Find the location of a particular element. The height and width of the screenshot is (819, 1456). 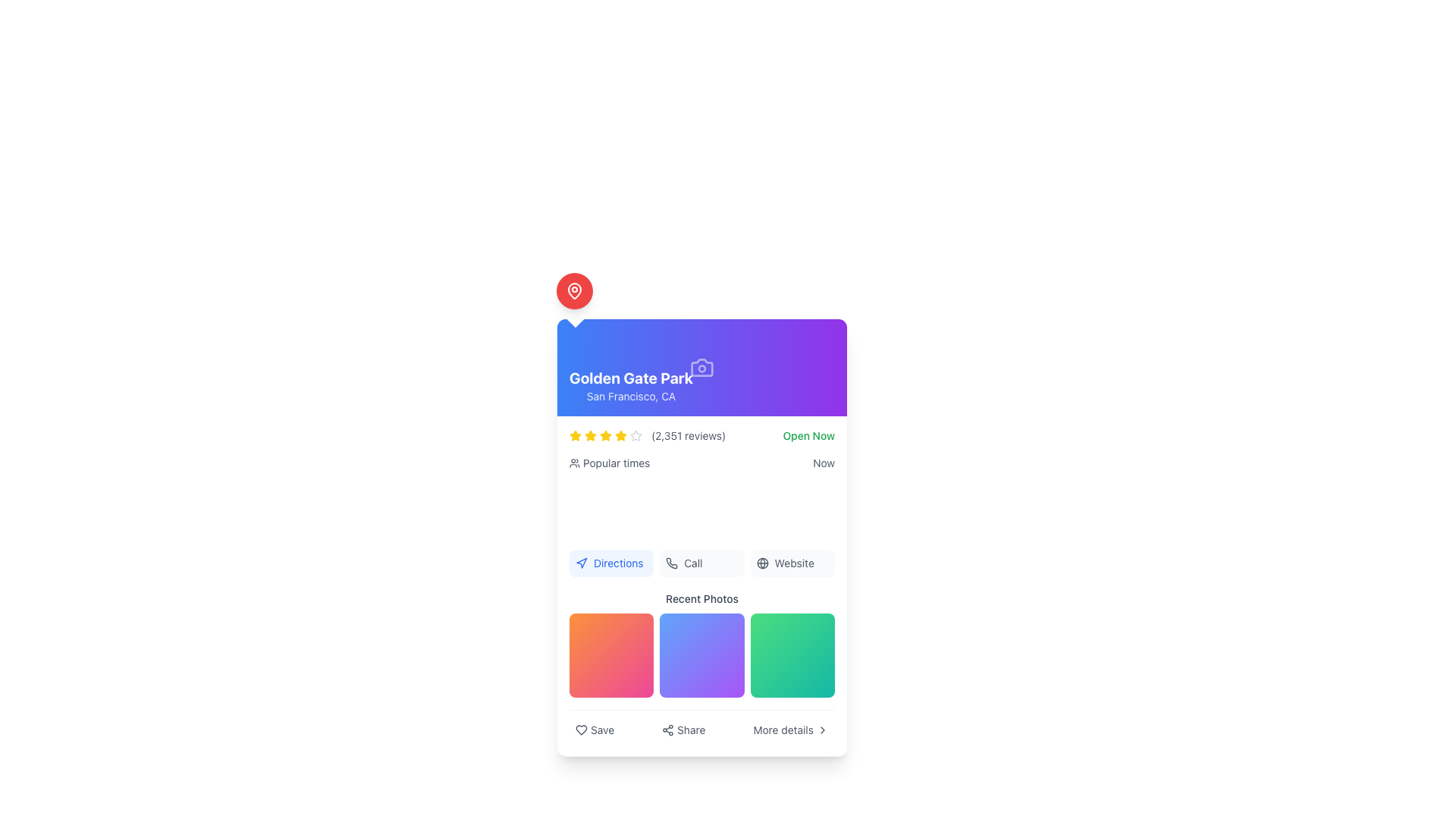

the fifth yellow star icon in the 5-star rating system, which is located above the text '(2,351 reviews)' is located at coordinates (604, 435).